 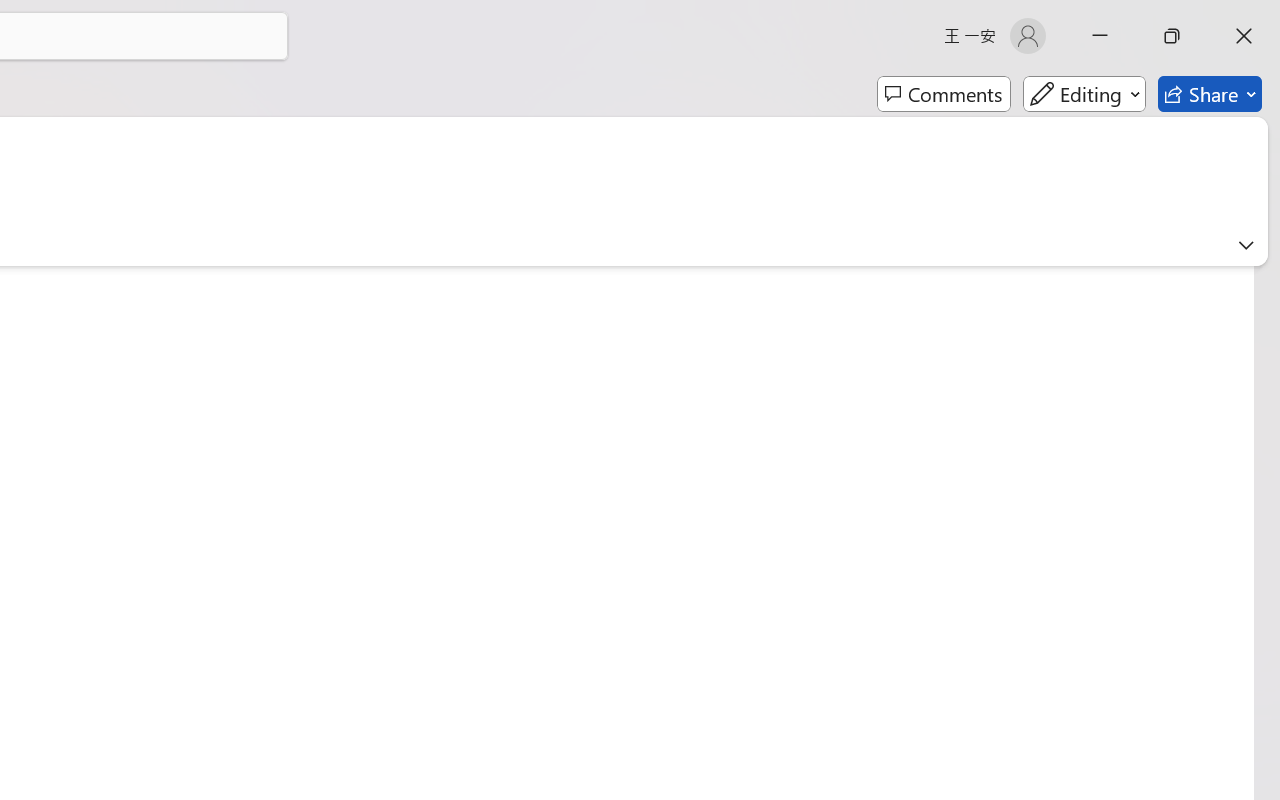 What do you see at coordinates (1099, 35) in the screenshot?
I see `'Minimize'` at bounding box center [1099, 35].